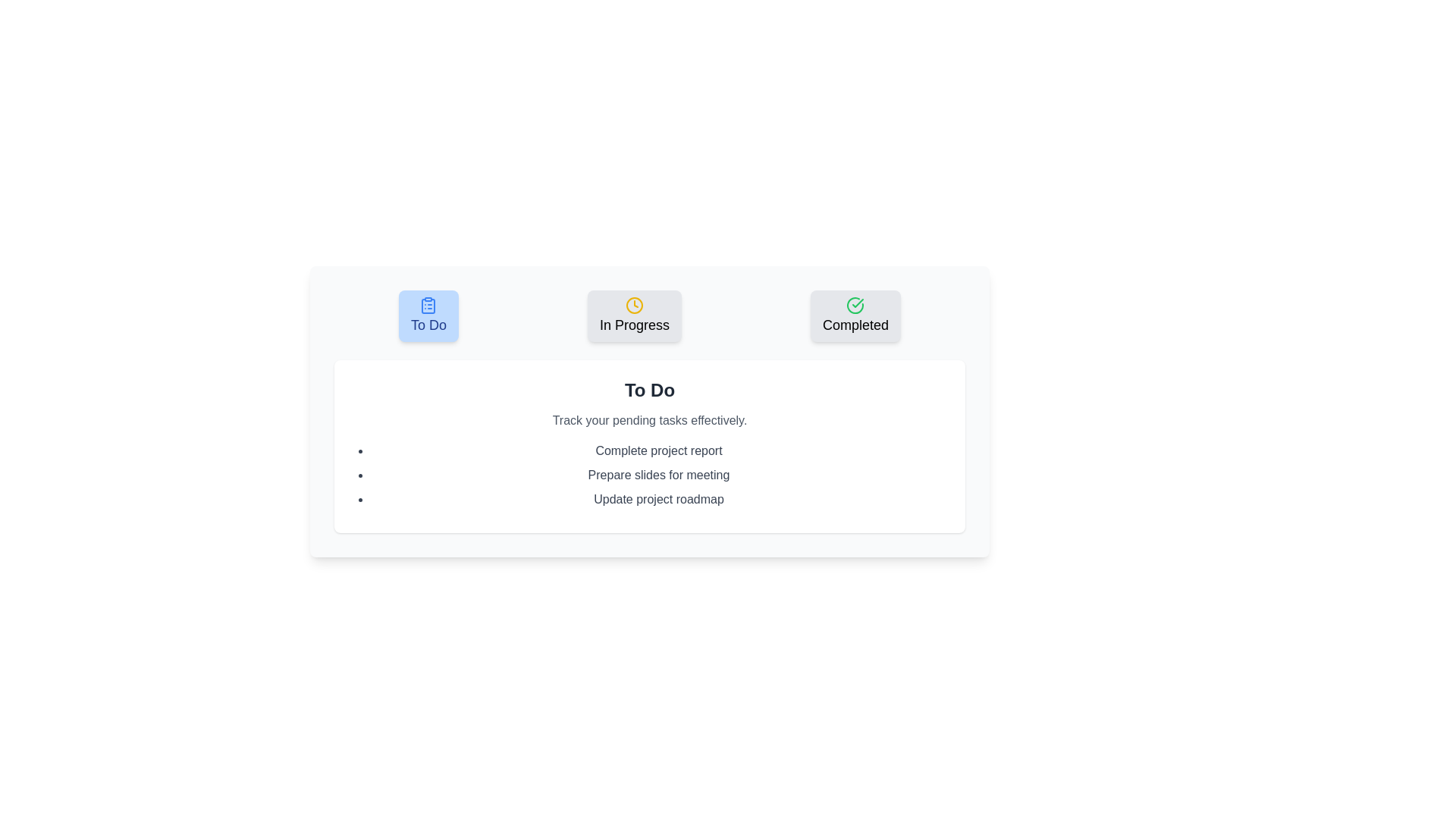  I want to click on the button corresponding to the task category To Do, so click(428, 315).